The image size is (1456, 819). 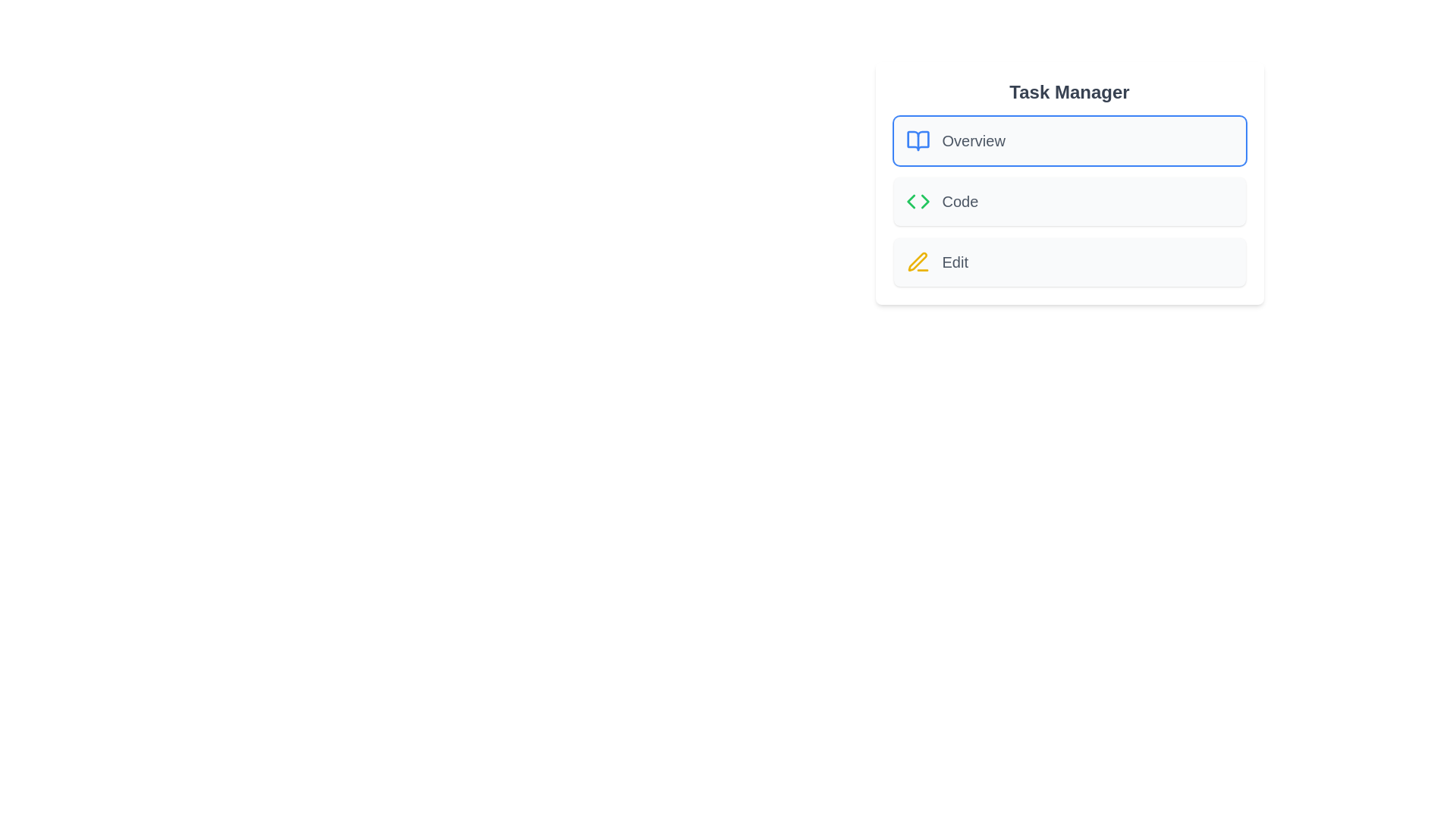 I want to click on the small upward-pointing triangular graphic located to the right and slightly above the first triangle within the green code-themed SVG icon, next to the 'Code' label, so click(x=924, y=201).